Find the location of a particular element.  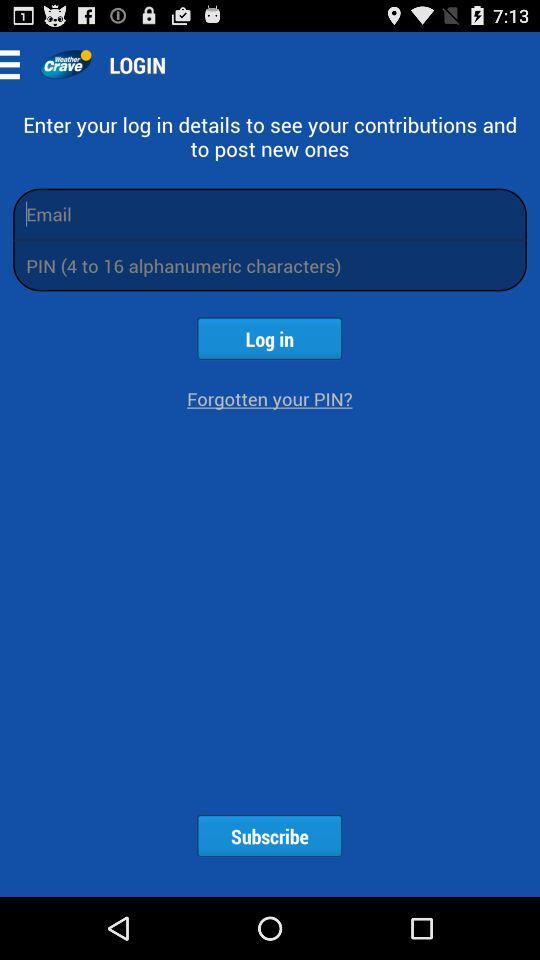

the forgotten your pin? app is located at coordinates (269, 397).